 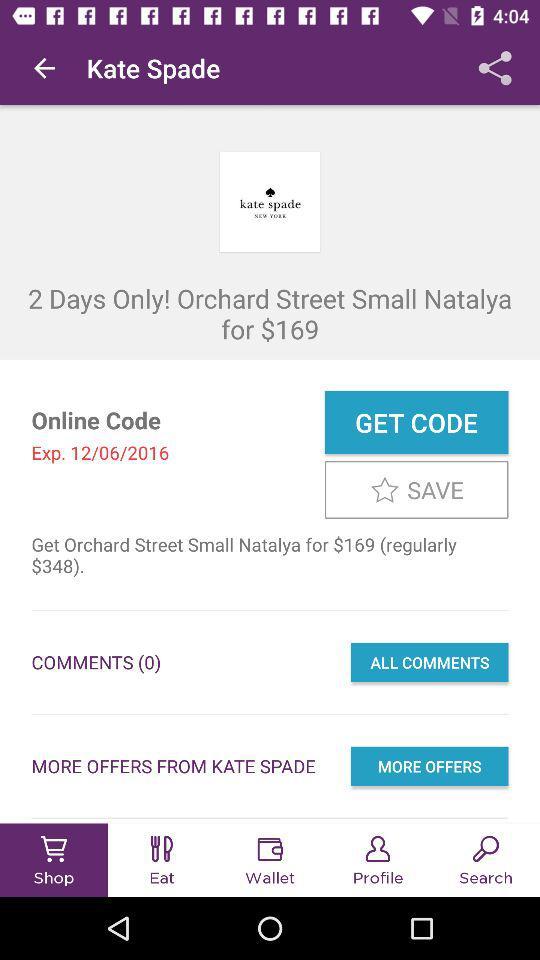 I want to click on all comments, so click(x=429, y=662).